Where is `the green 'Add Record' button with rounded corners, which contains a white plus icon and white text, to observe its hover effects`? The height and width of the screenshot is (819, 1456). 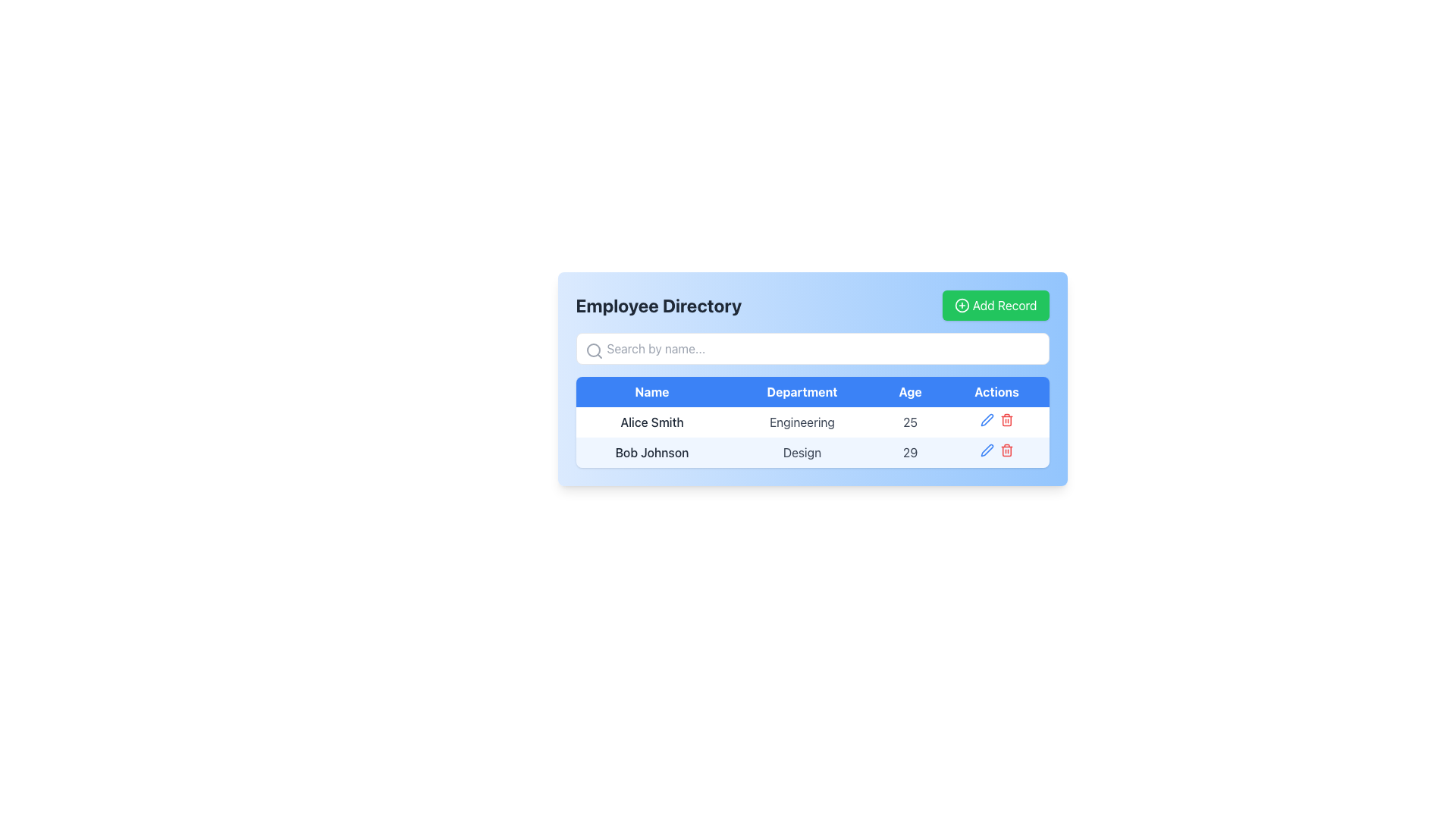 the green 'Add Record' button with rounded corners, which contains a white plus icon and white text, to observe its hover effects is located at coordinates (996, 305).